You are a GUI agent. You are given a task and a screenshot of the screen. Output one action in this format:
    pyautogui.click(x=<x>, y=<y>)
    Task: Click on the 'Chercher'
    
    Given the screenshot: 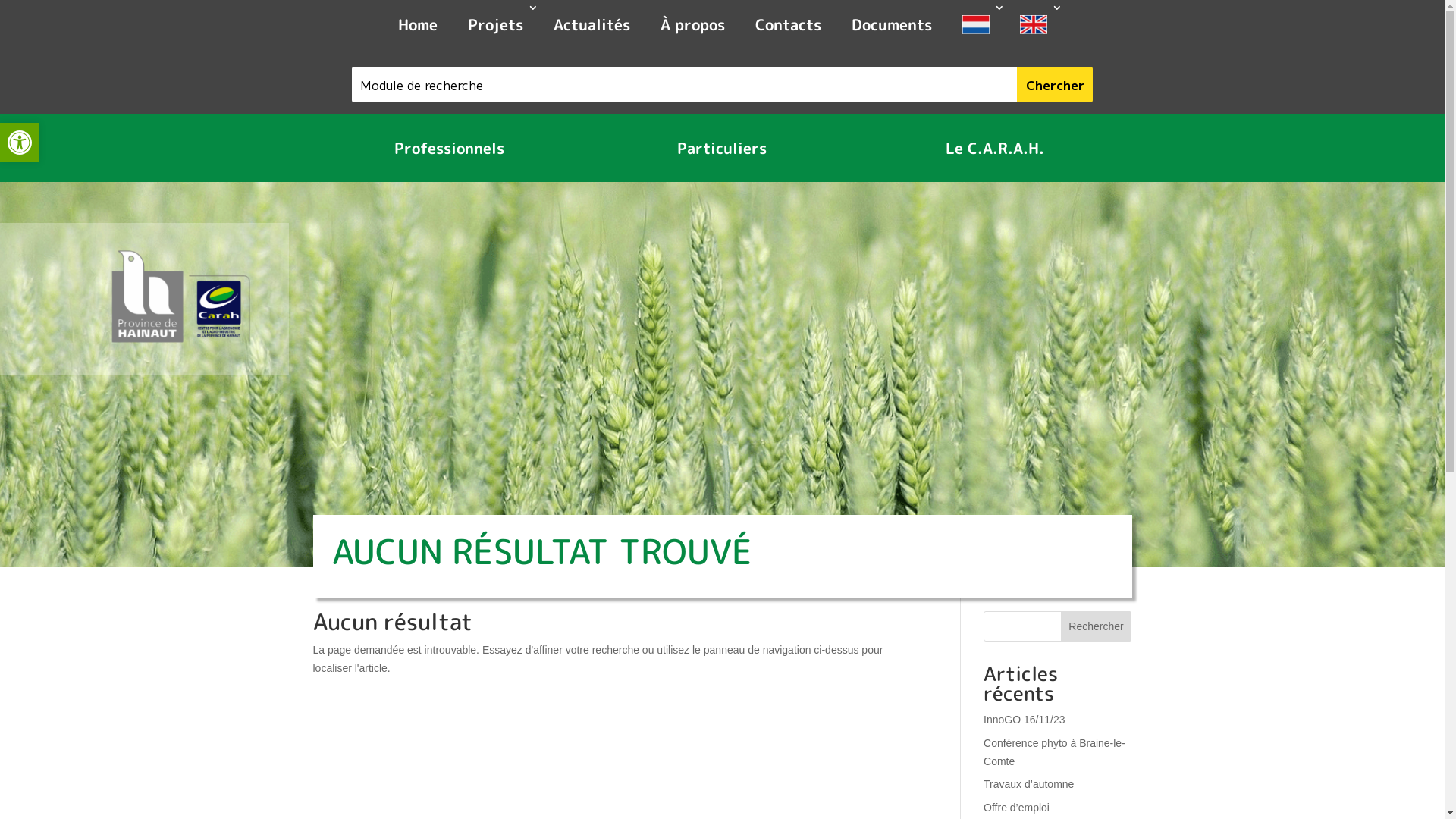 What is the action you would take?
    pyautogui.click(x=1016, y=84)
    